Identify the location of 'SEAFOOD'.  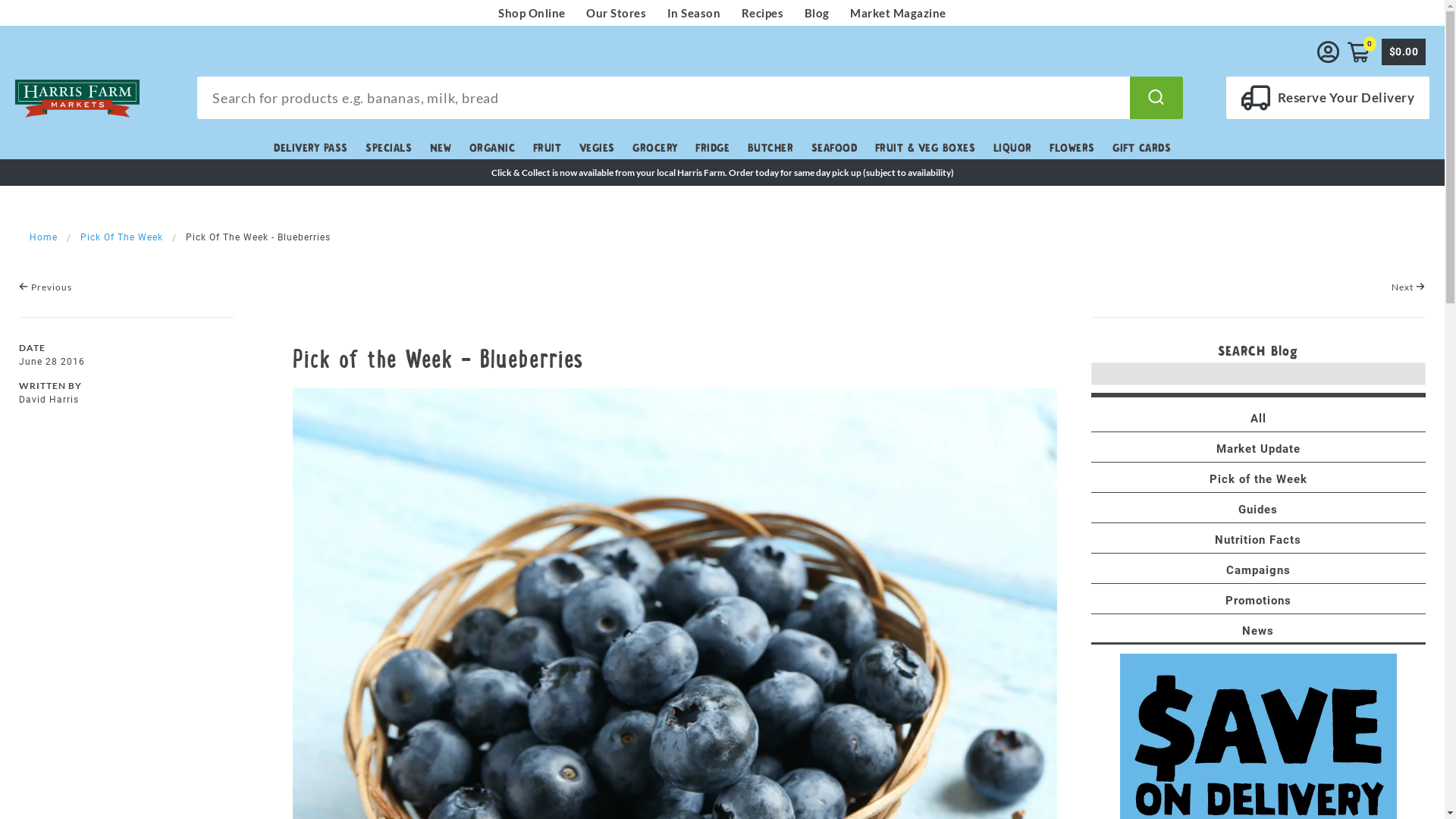
(803, 148).